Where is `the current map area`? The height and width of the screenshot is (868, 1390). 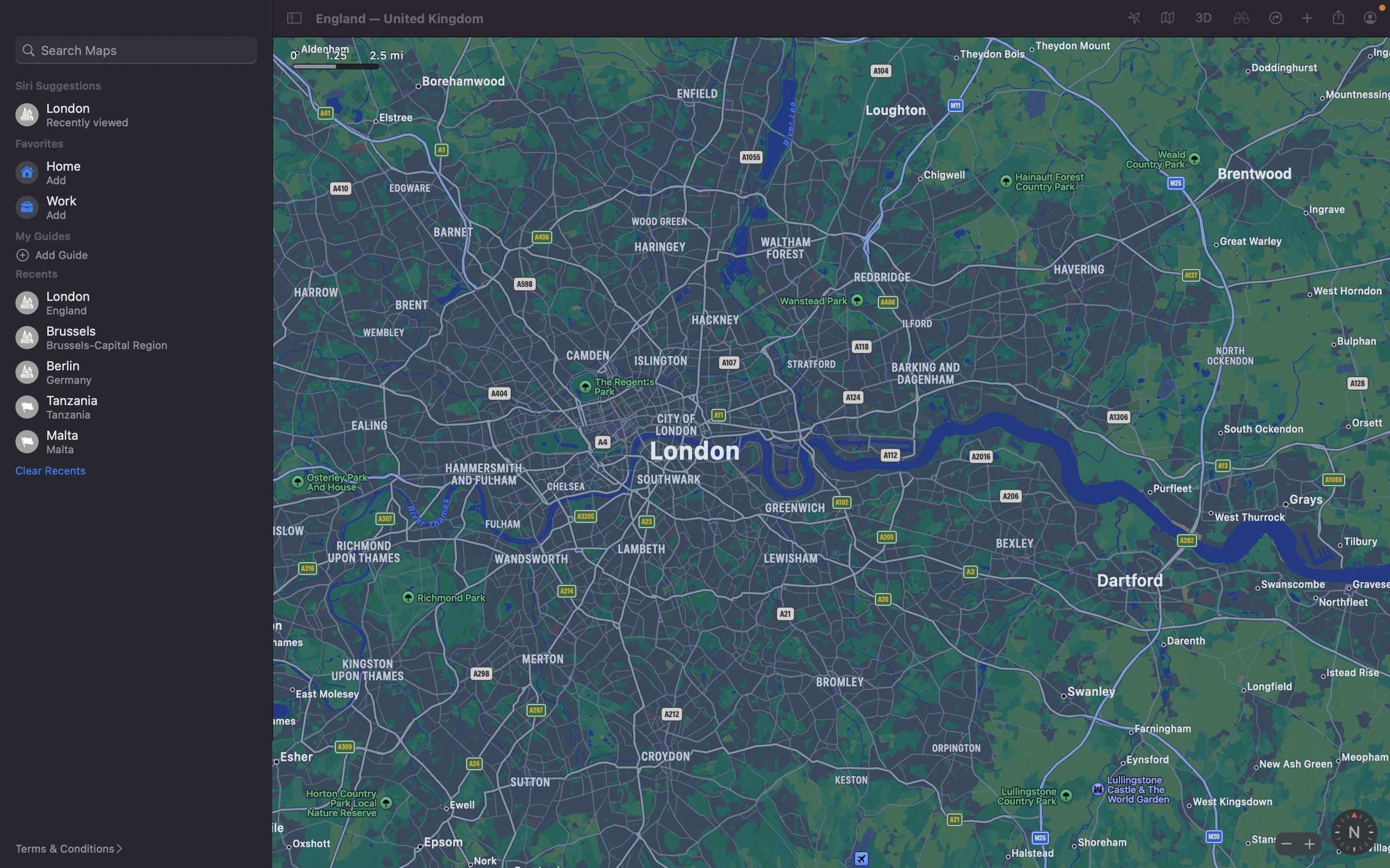 the current map area is located at coordinates (1241, 18).